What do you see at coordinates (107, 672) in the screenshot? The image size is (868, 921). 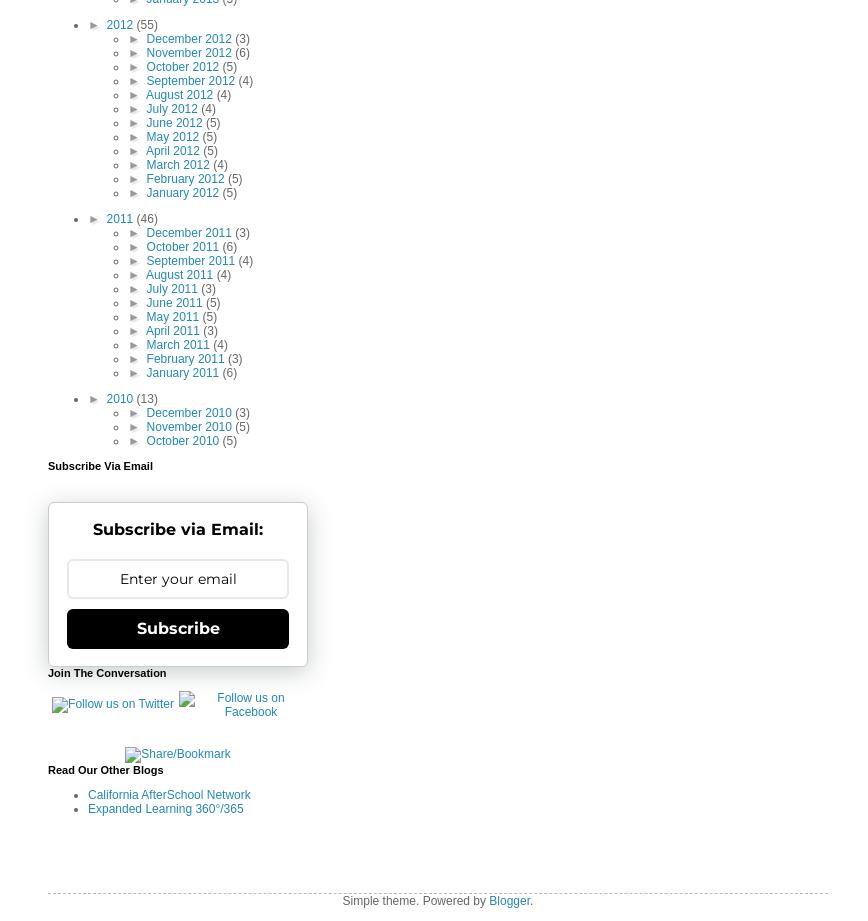 I see `'Join The Conversation'` at bounding box center [107, 672].